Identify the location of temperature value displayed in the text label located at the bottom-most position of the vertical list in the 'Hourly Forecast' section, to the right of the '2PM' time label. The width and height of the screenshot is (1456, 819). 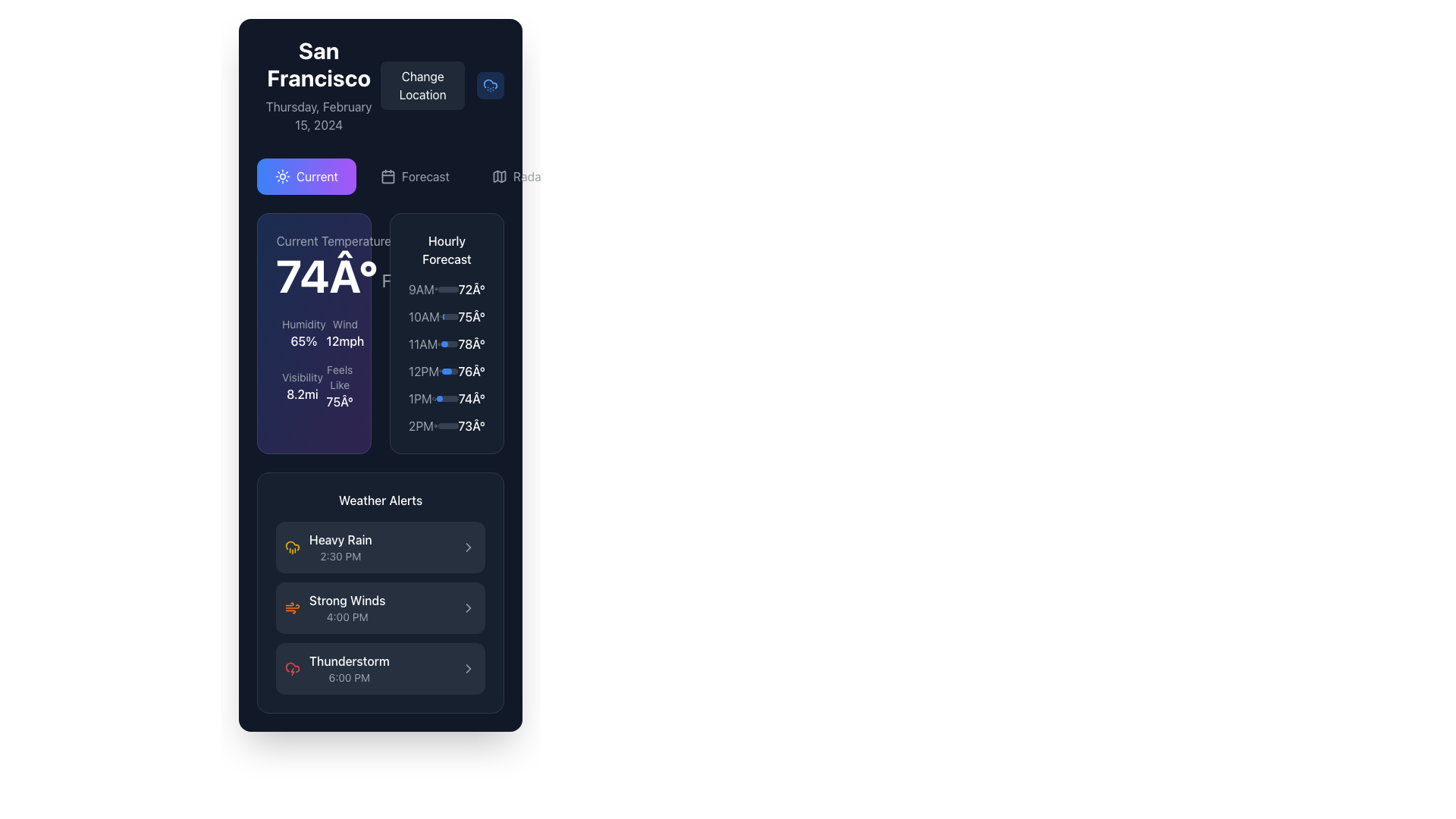
(471, 426).